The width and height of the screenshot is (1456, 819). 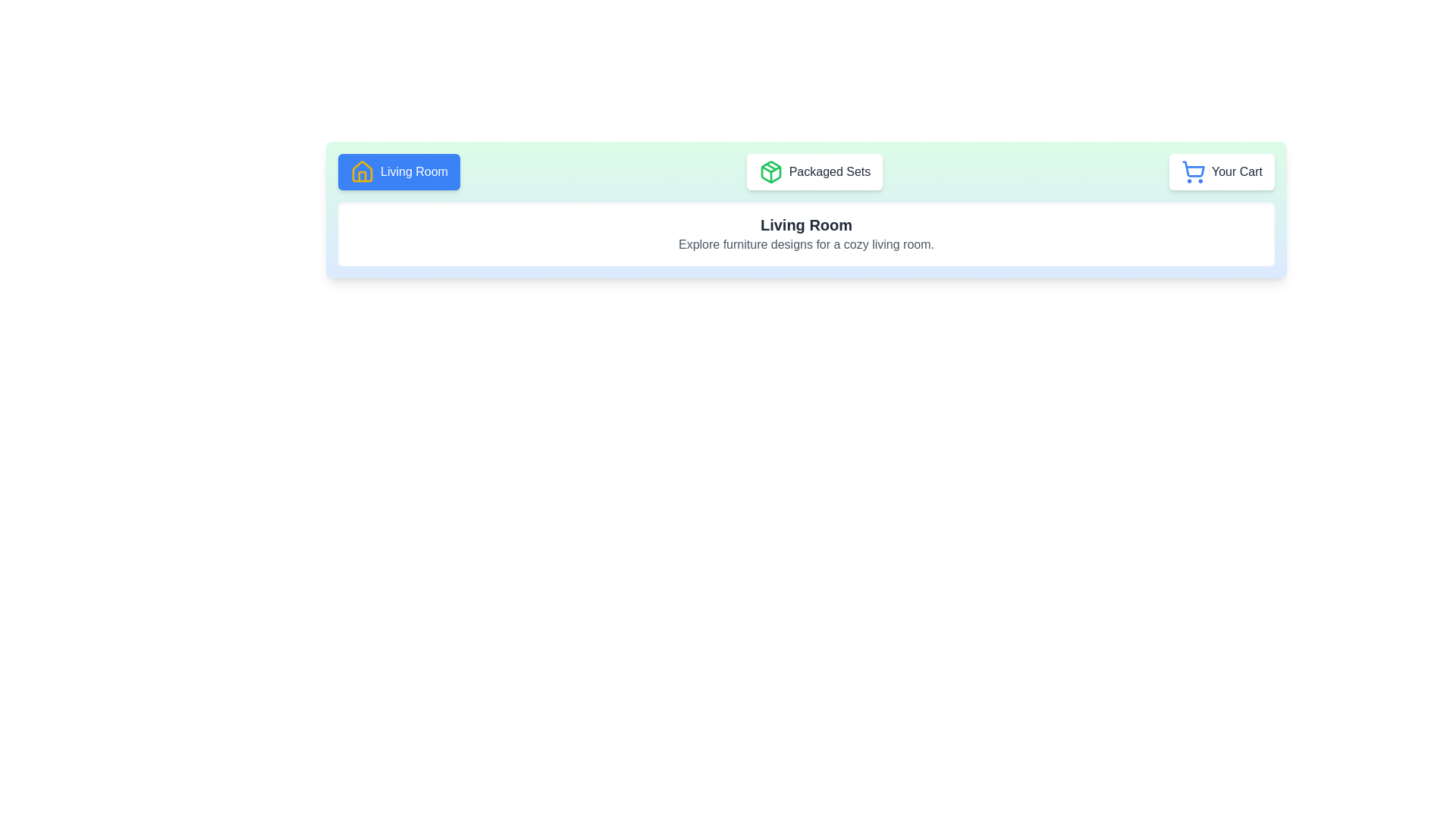 I want to click on the button labeled Packaged Sets, so click(x=814, y=171).